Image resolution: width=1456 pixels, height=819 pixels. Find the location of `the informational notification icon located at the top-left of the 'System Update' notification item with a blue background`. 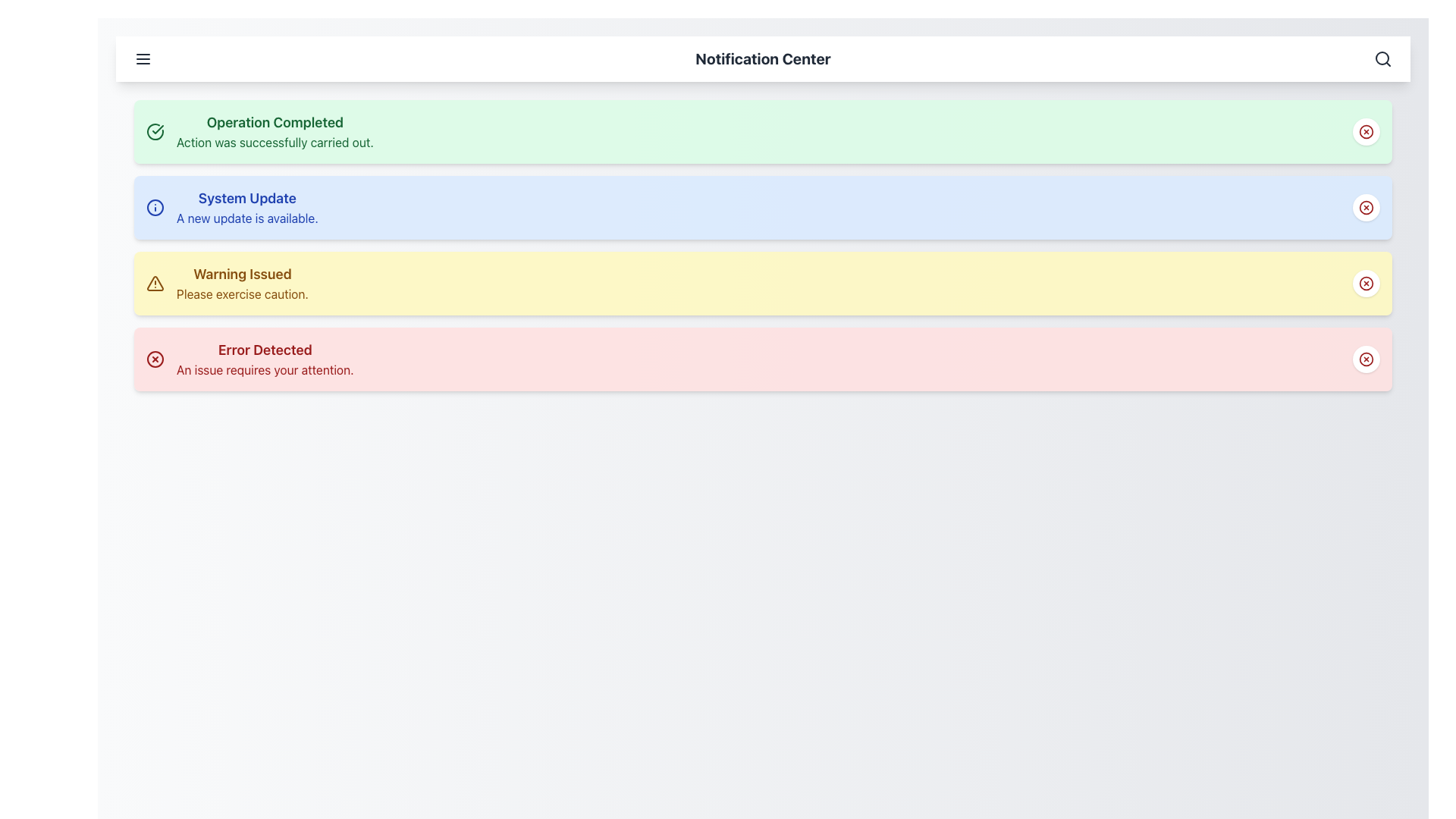

the informational notification icon located at the top-left of the 'System Update' notification item with a blue background is located at coordinates (155, 207).